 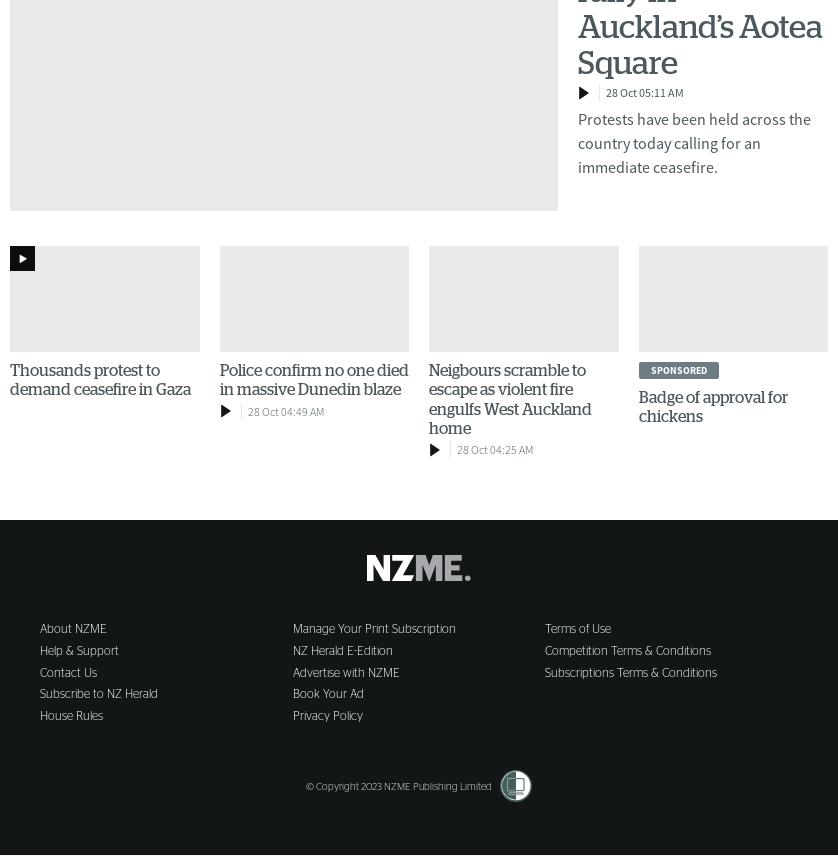 What do you see at coordinates (428, 398) in the screenshot?
I see `'Neigbours scramble to escape as violent fire engulfs West Auckland home'` at bounding box center [428, 398].